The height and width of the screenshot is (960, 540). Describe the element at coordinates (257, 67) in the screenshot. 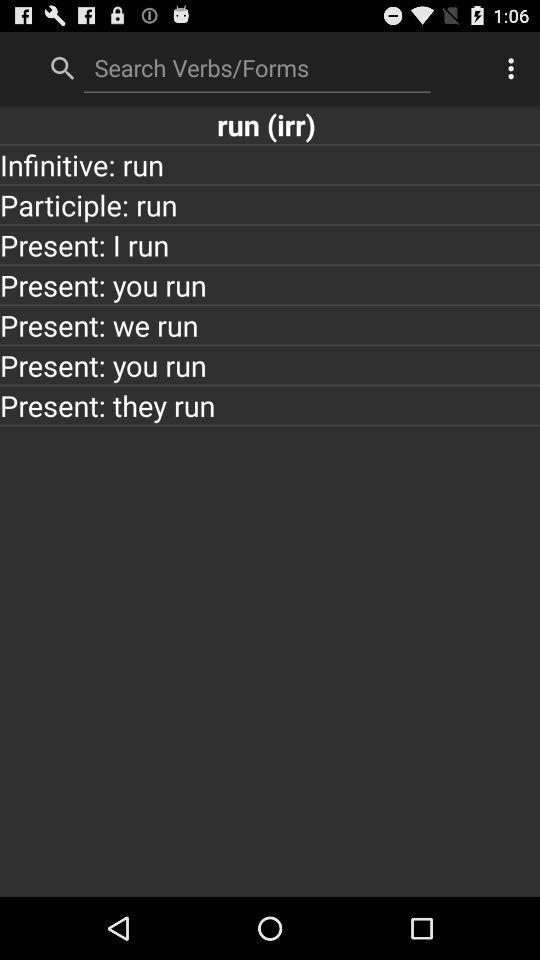

I see `search` at that location.